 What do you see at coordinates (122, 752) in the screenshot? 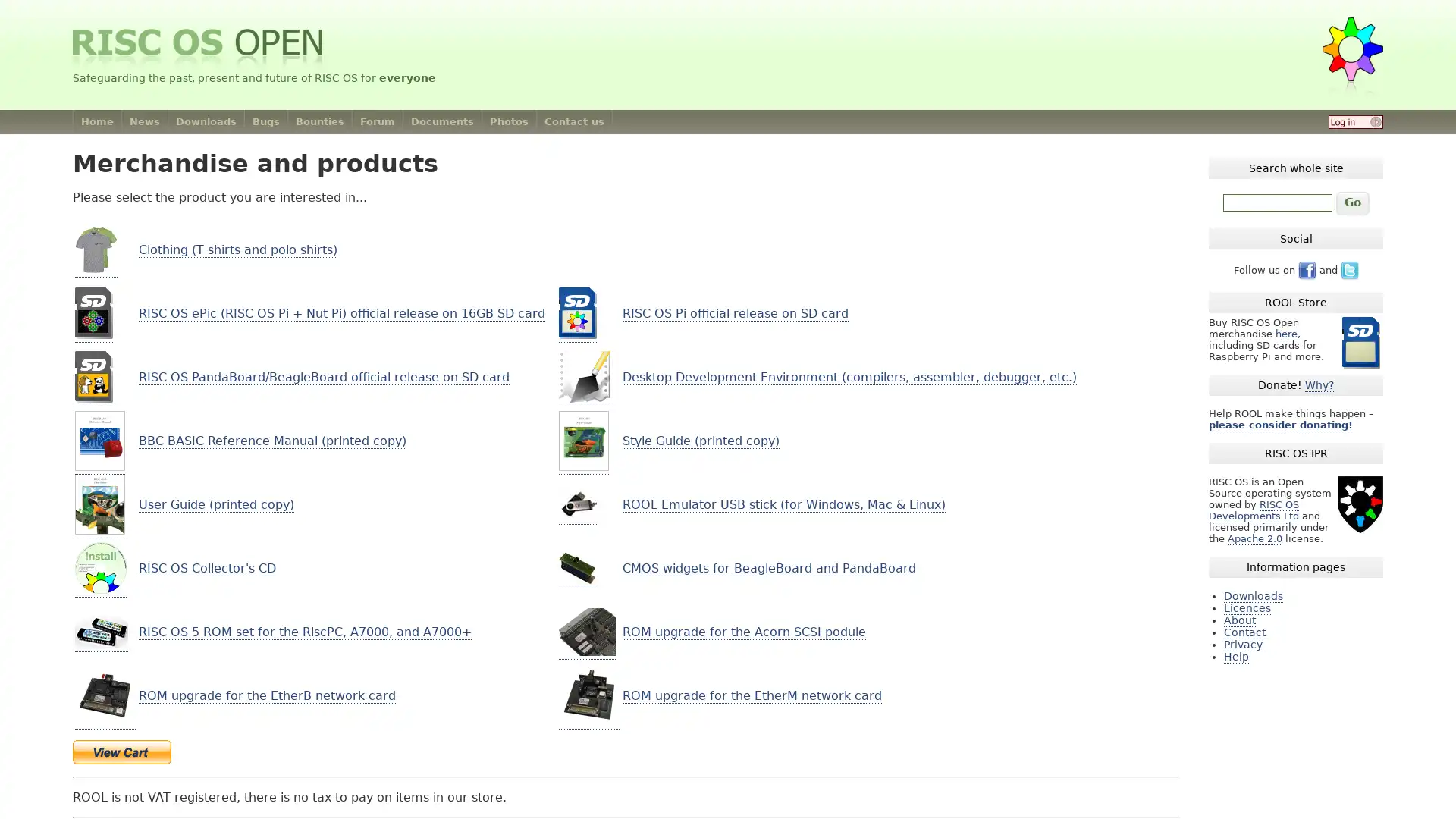
I see `Make payments with PayPal - it's fast, free and secure!` at bounding box center [122, 752].